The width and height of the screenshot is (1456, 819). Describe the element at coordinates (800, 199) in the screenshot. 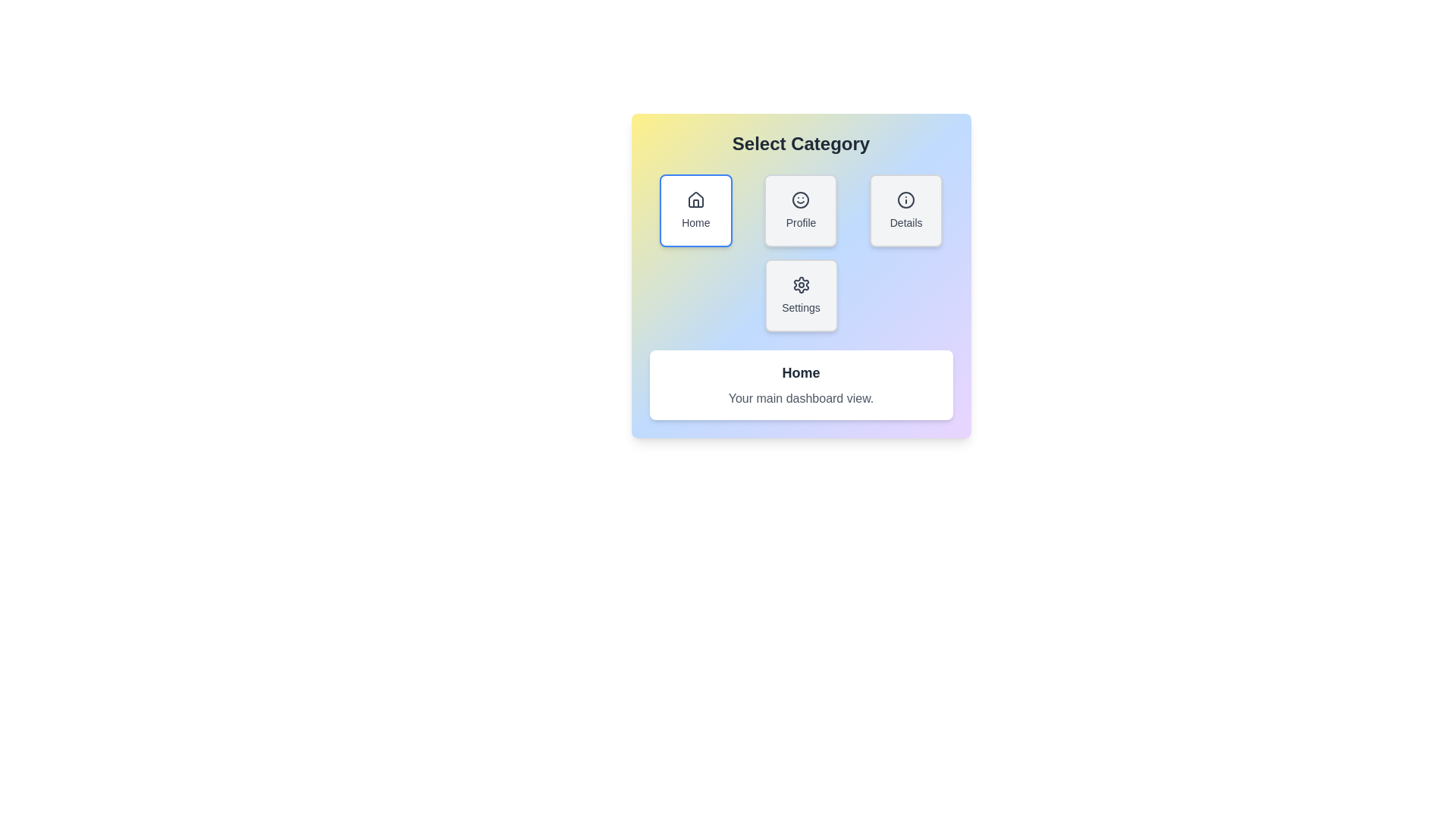

I see `the circular shape within the smiley face icon representing the profile in the 'Profile' button, which is the second button in the grid under 'Select Category'` at that location.